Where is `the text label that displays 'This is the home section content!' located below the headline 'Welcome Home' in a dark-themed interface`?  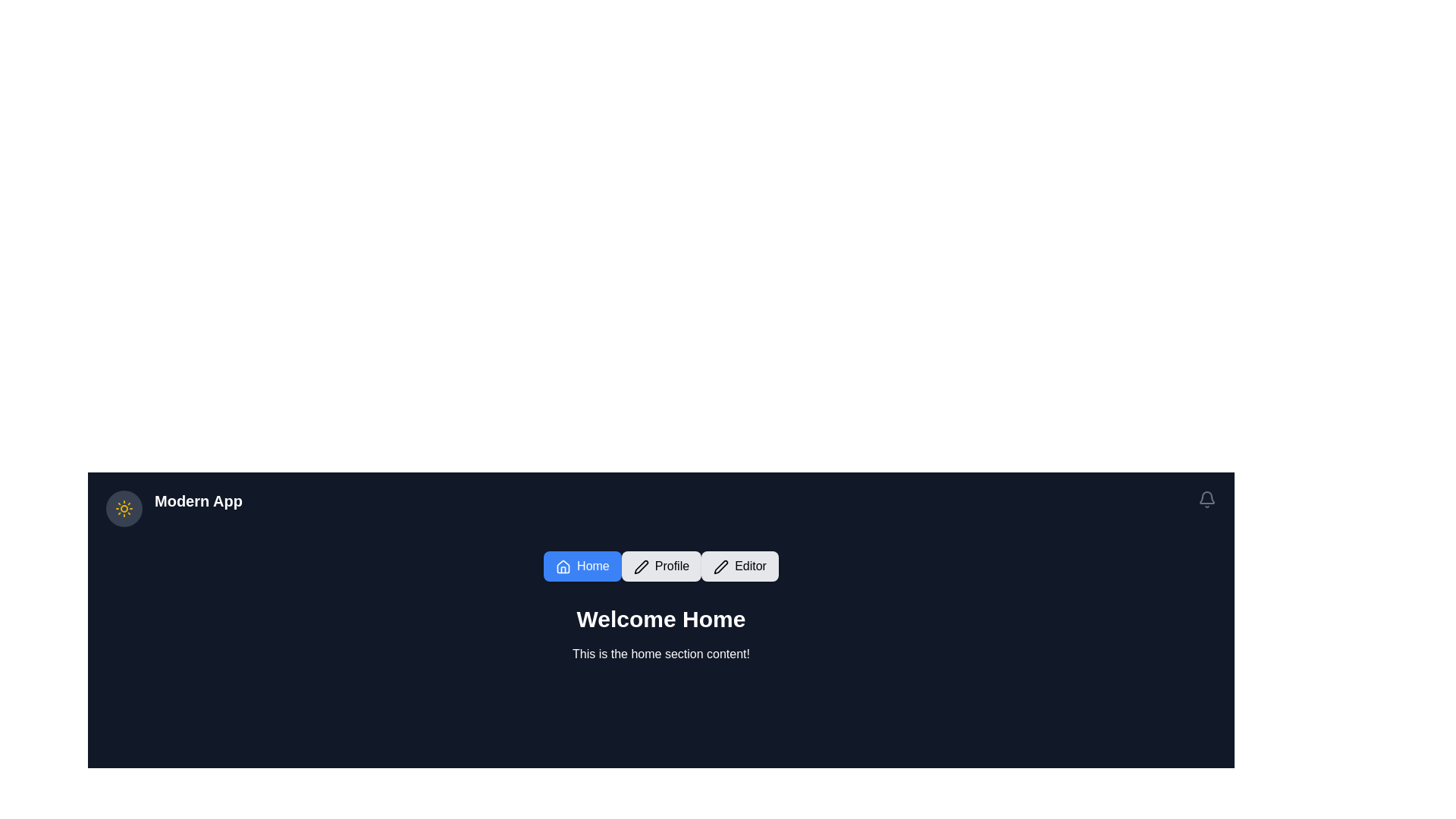 the text label that displays 'This is the home section content!' located below the headline 'Welcome Home' in a dark-themed interface is located at coordinates (661, 654).